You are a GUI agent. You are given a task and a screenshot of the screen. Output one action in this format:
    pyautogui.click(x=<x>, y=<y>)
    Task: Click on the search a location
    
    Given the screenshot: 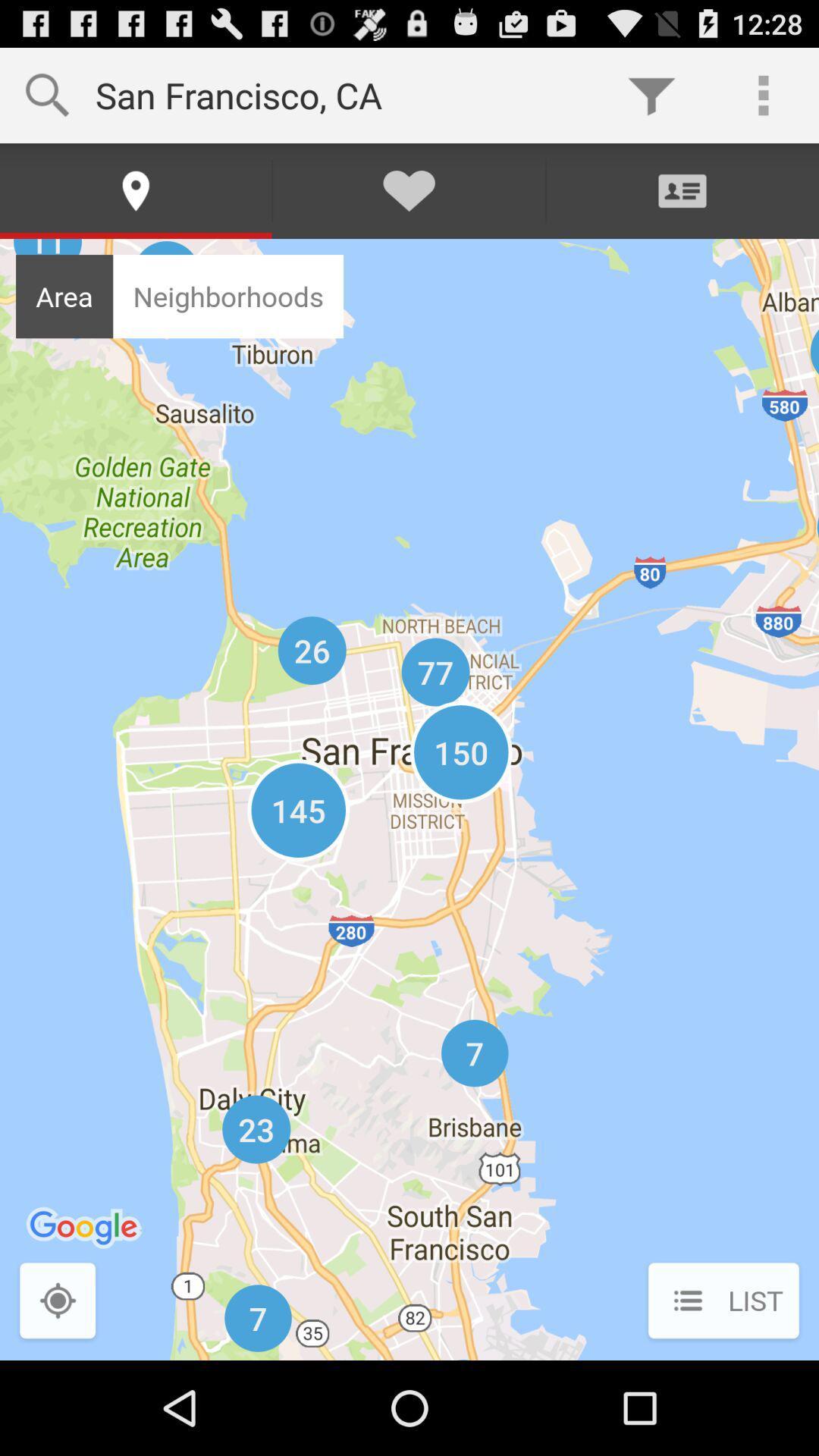 What is the action you would take?
    pyautogui.click(x=57, y=1301)
    